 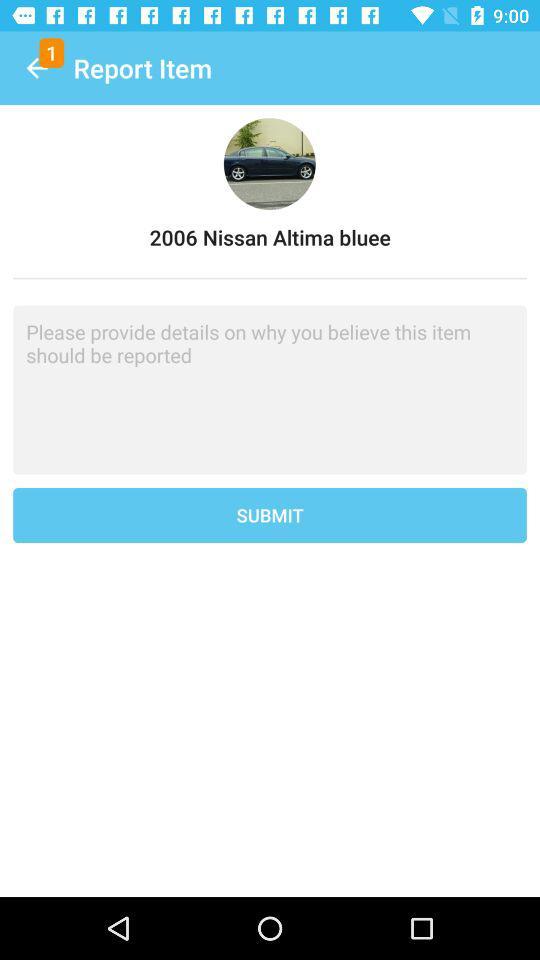 What do you see at coordinates (36, 68) in the screenshot?
I see `the icon next to report item icon` at bounding box center [36, 68].